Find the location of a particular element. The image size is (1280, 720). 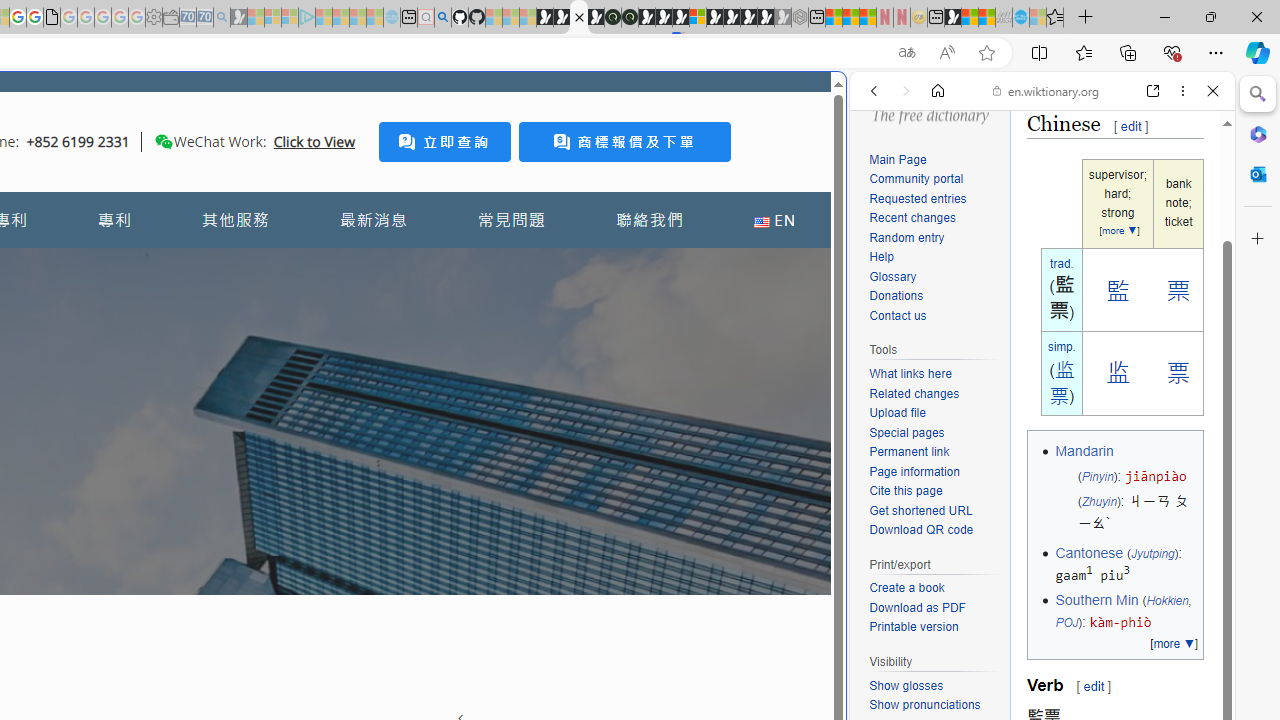

'Cantonese' is located at coordinates (1088, 552).